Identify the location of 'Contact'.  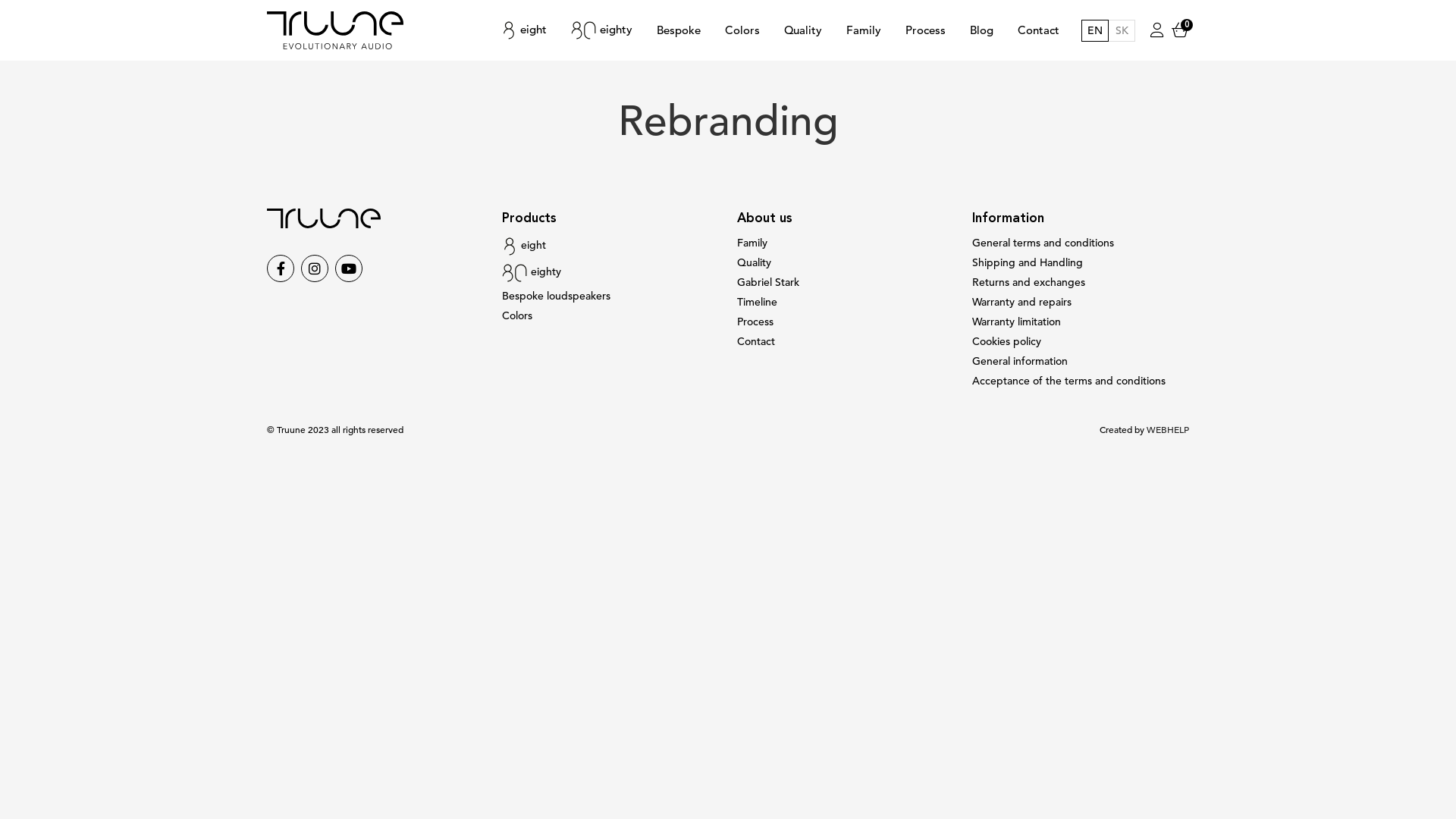
(756, 341).